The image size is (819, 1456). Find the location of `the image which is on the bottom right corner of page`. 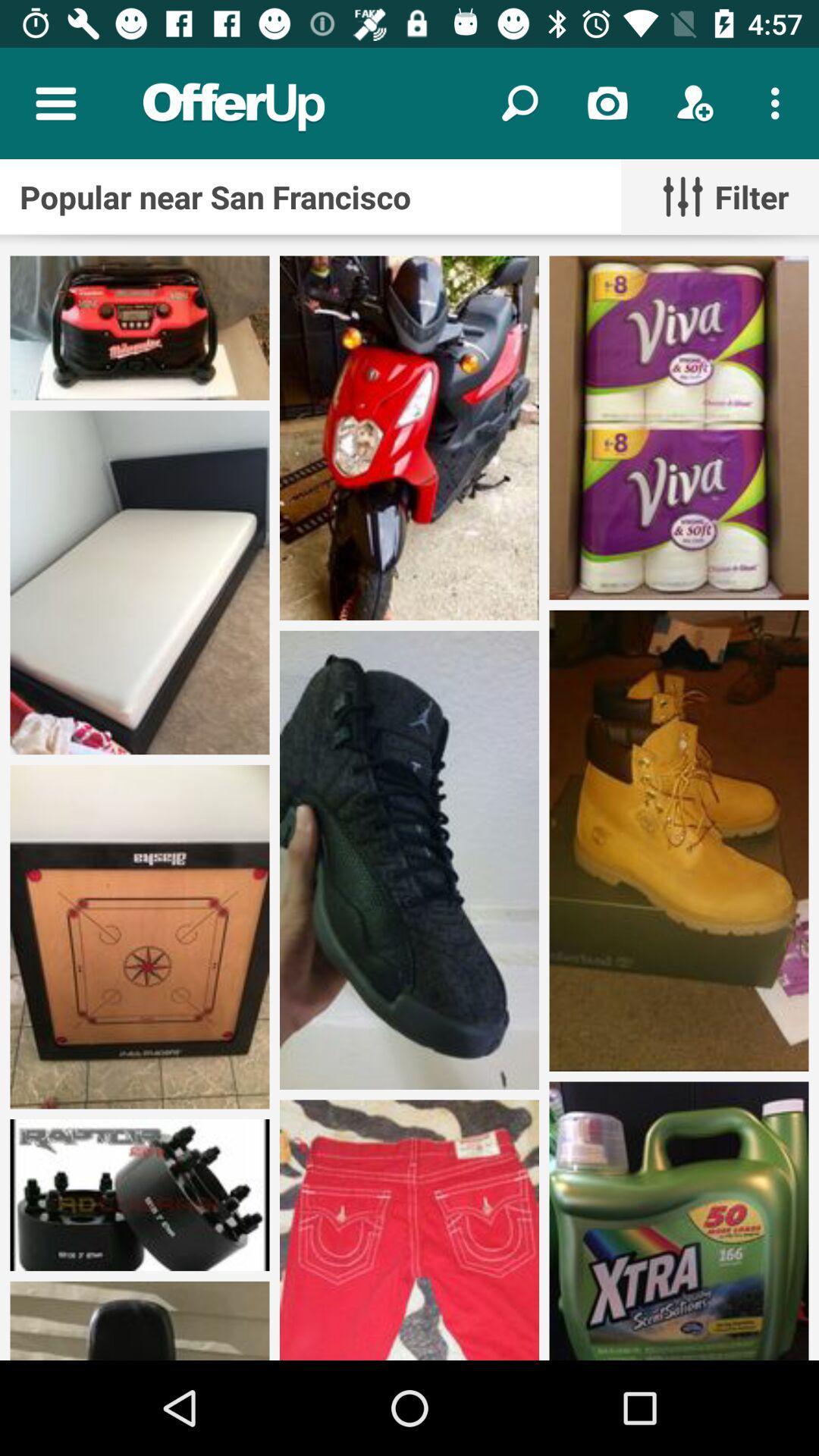

the image which is on the bottom right corner of page is located at coordinates (678, 1221).